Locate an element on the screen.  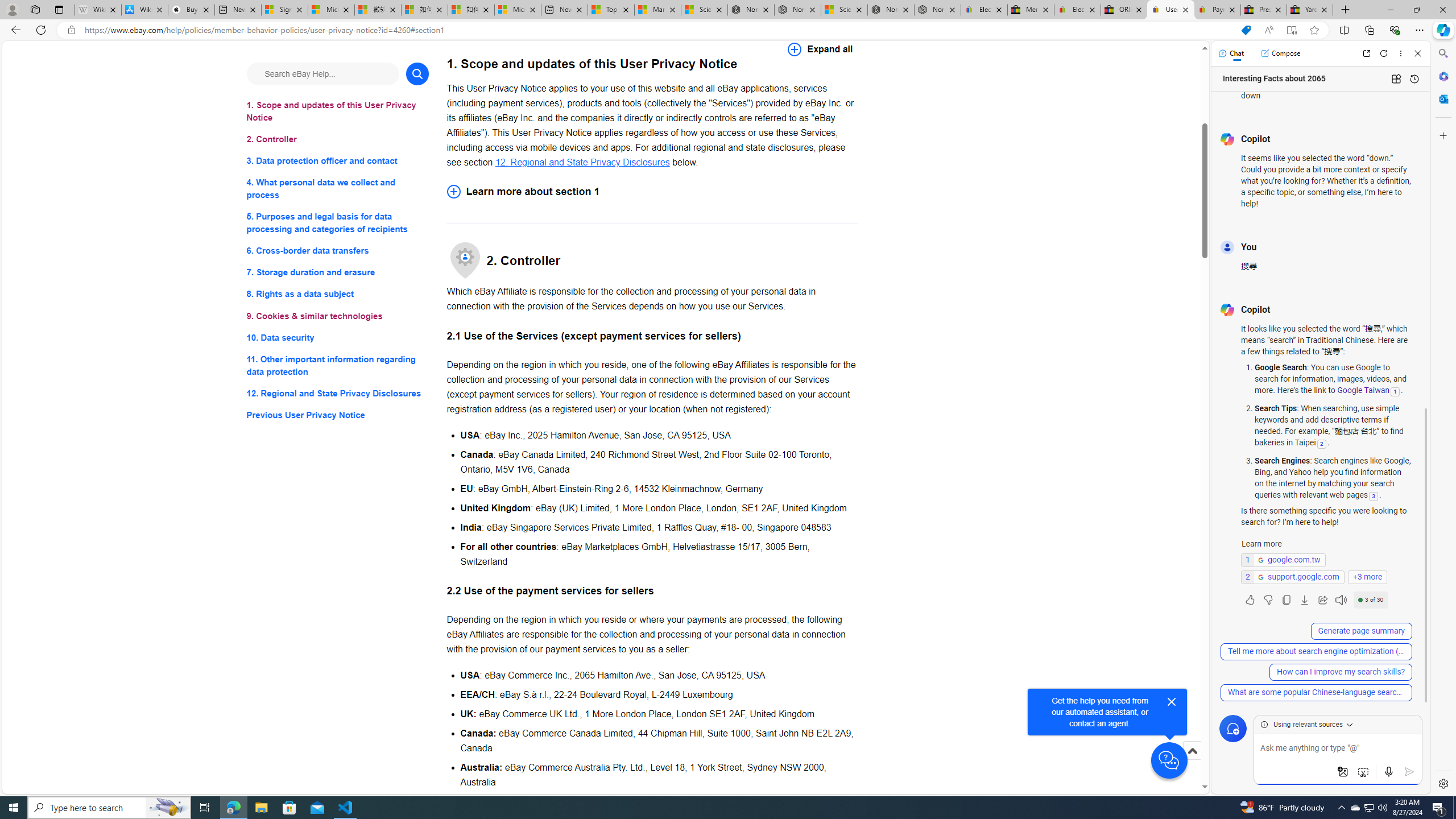
'Previous User Privacy Notice' is located at coordinates (337, 415).